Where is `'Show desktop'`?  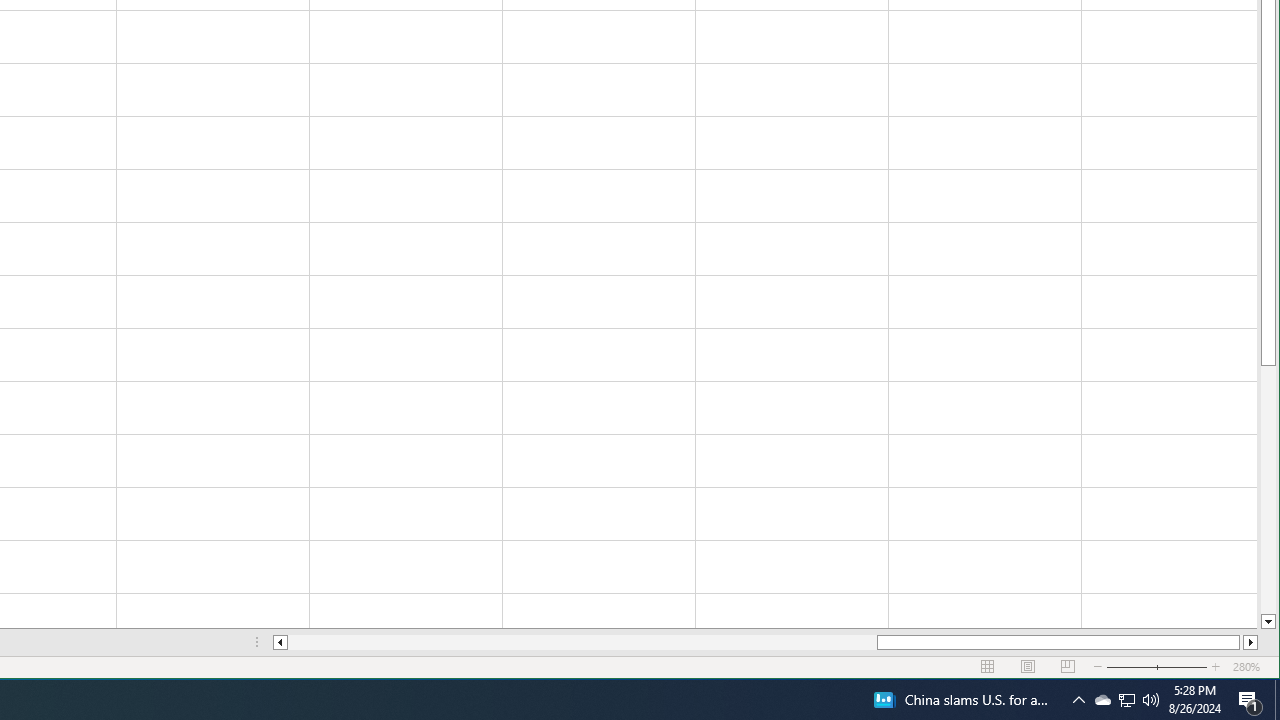
'Show desktop' is located at coordinates (1276, 698).